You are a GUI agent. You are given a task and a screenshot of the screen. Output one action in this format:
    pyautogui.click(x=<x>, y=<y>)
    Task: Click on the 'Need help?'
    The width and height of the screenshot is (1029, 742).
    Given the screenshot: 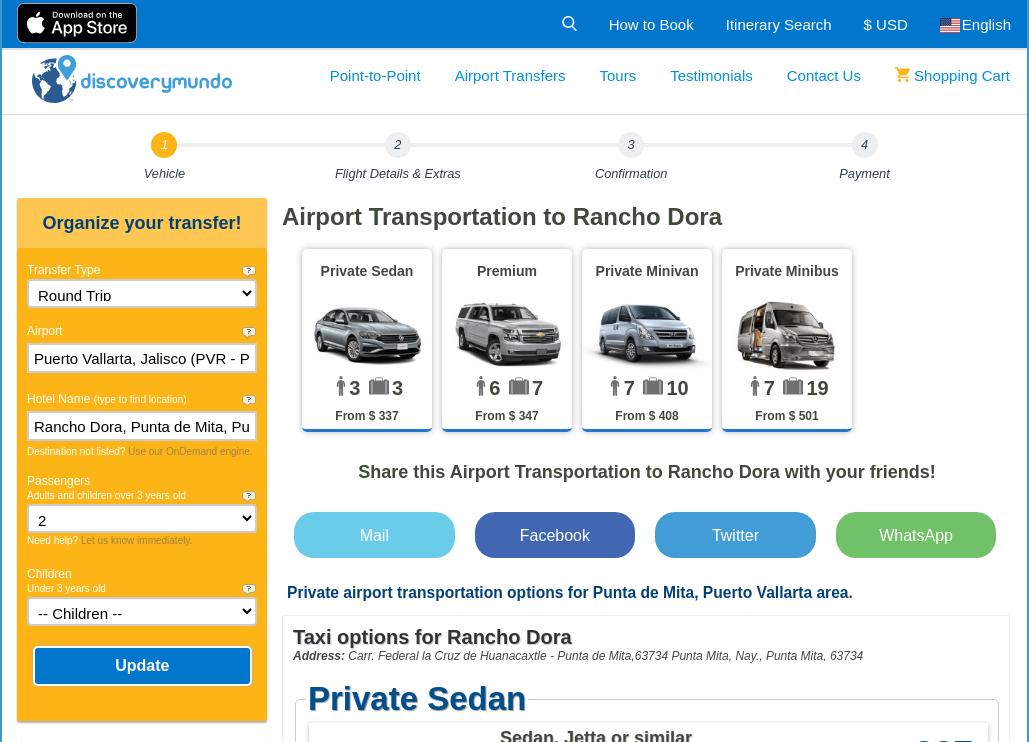 What is the action you would take?
    pyautogui.click(x=53, y=539)
    